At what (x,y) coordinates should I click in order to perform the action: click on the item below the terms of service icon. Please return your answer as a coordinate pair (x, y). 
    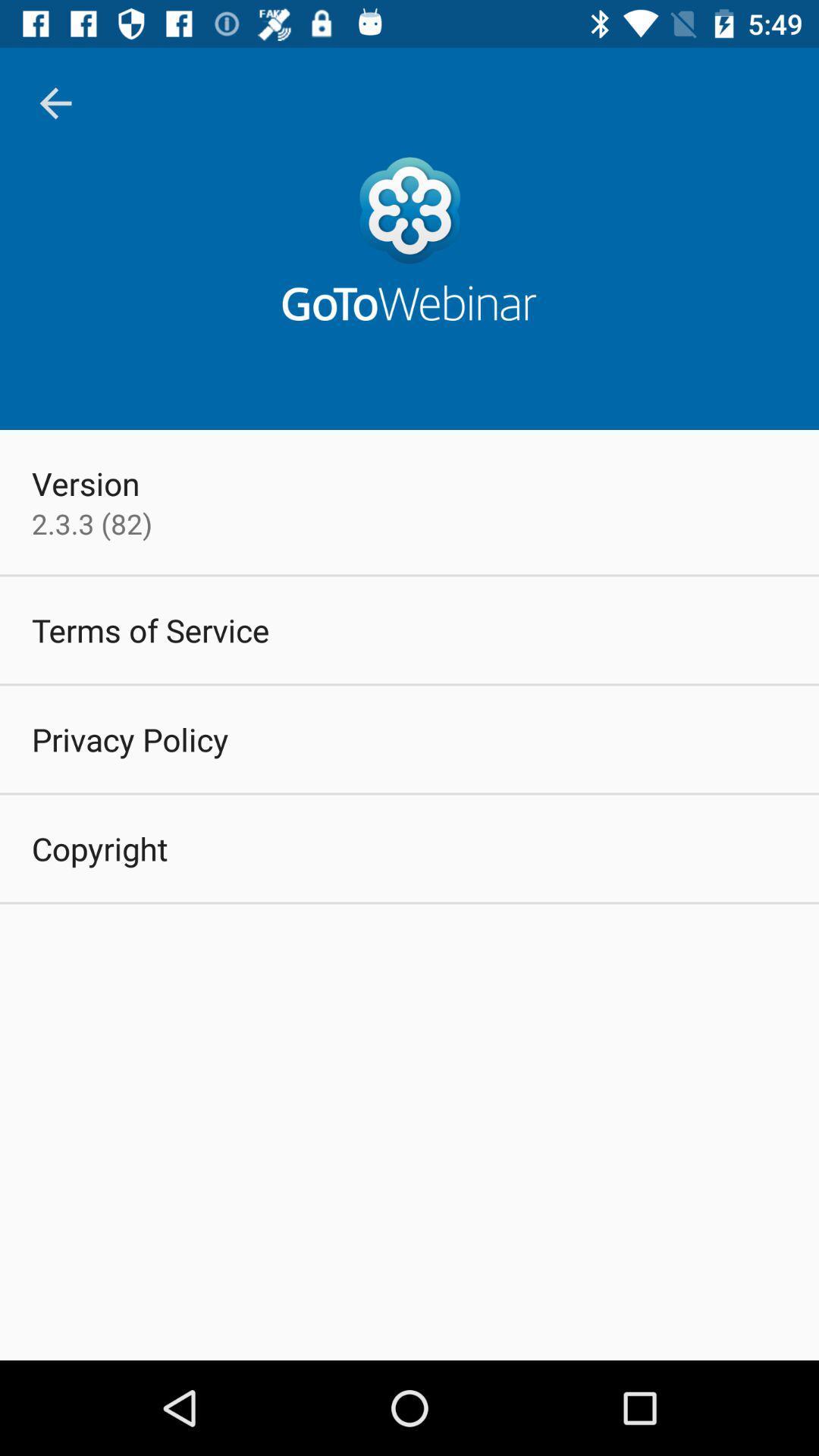
    Looking at the image, I should click on (129, 739).